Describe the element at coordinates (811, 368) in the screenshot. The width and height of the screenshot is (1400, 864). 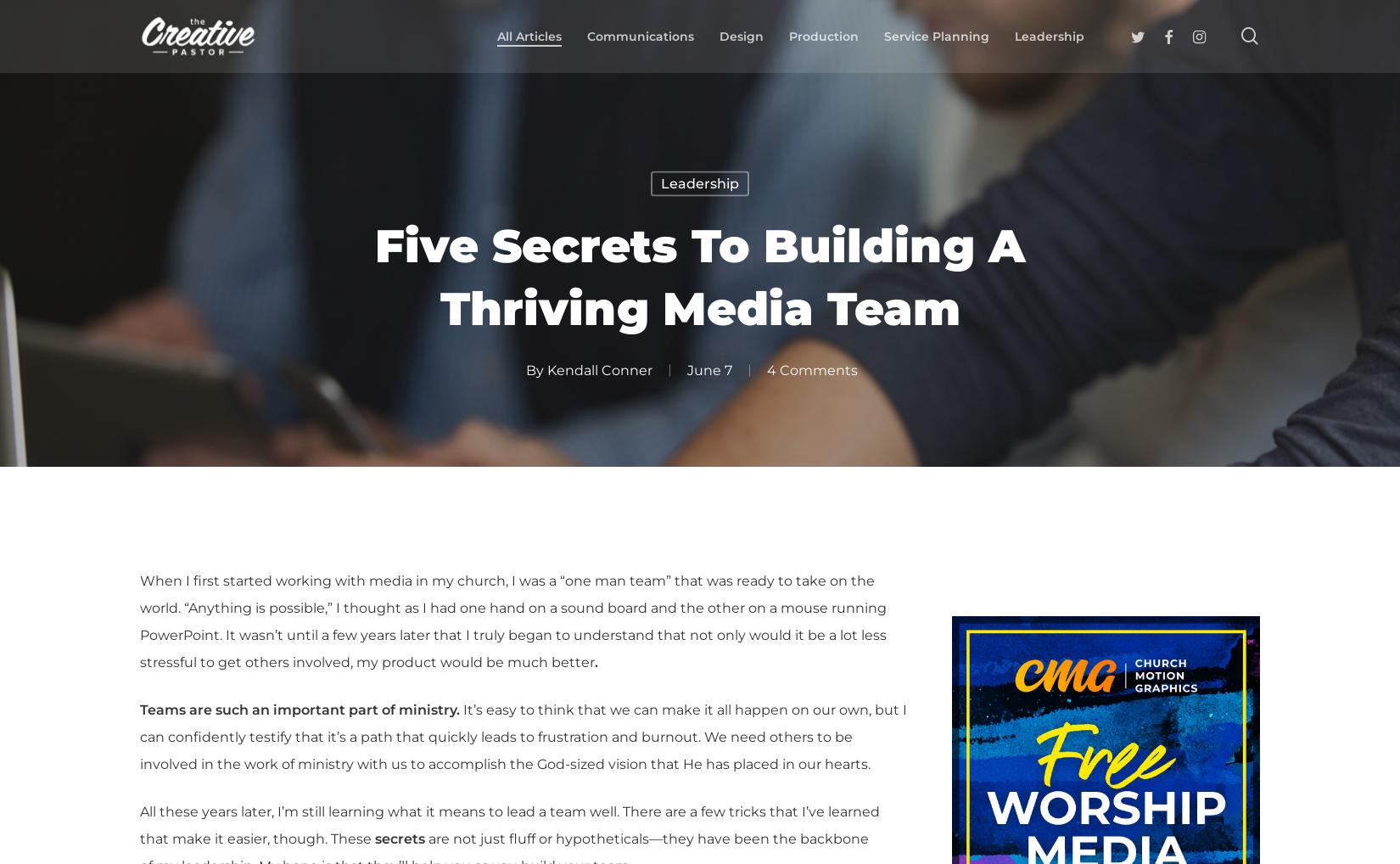
I see `'4 Comments'` at that location.